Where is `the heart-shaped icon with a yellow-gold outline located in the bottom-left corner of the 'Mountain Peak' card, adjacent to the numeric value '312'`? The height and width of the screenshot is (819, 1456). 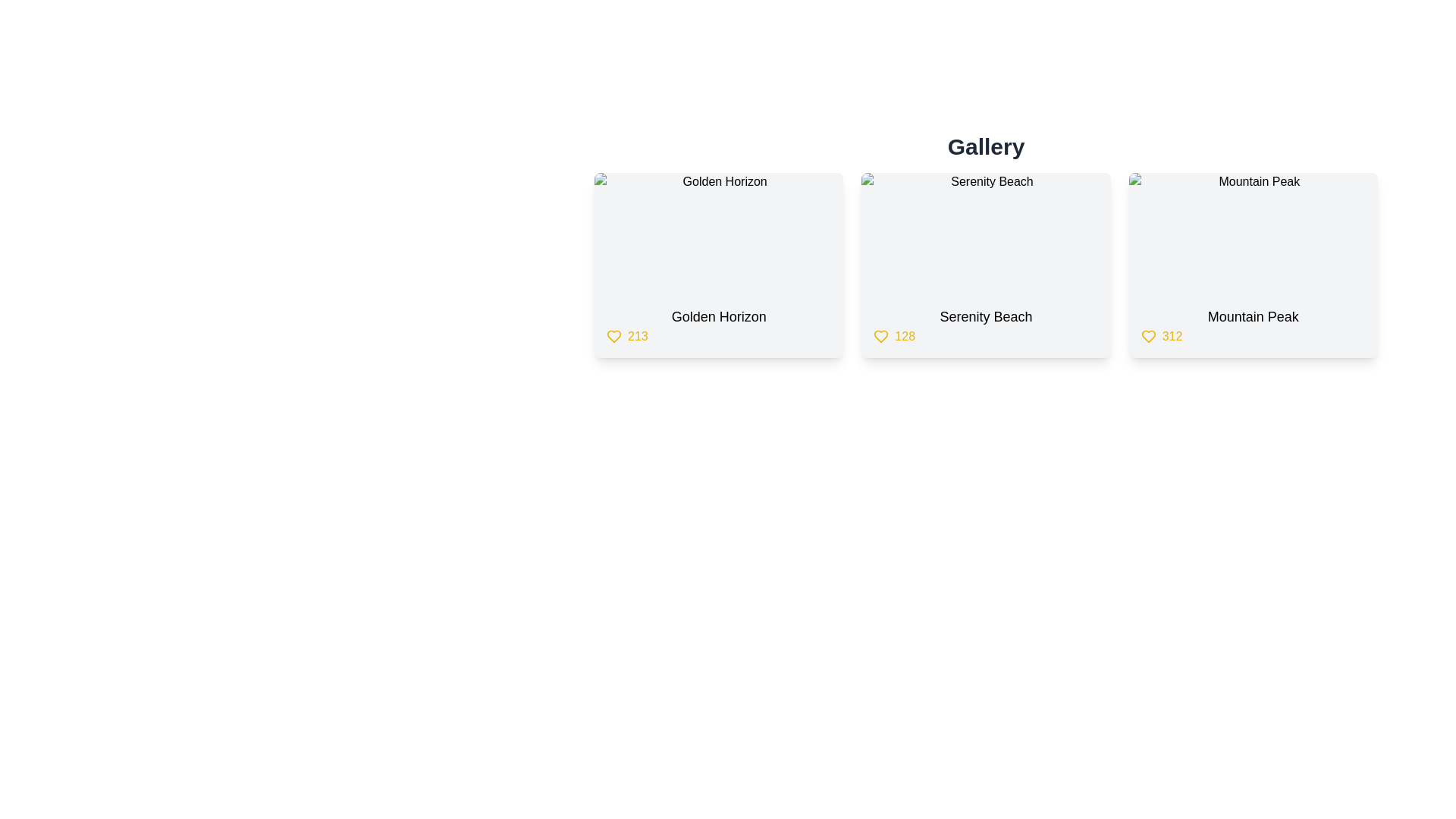 the heart-shaped icon with a yellow-gold outline located in the bottom-left corner of the 'Mountain Peak' card, adjacent to the numeric value '312' is located at coordinates (1148, 335).